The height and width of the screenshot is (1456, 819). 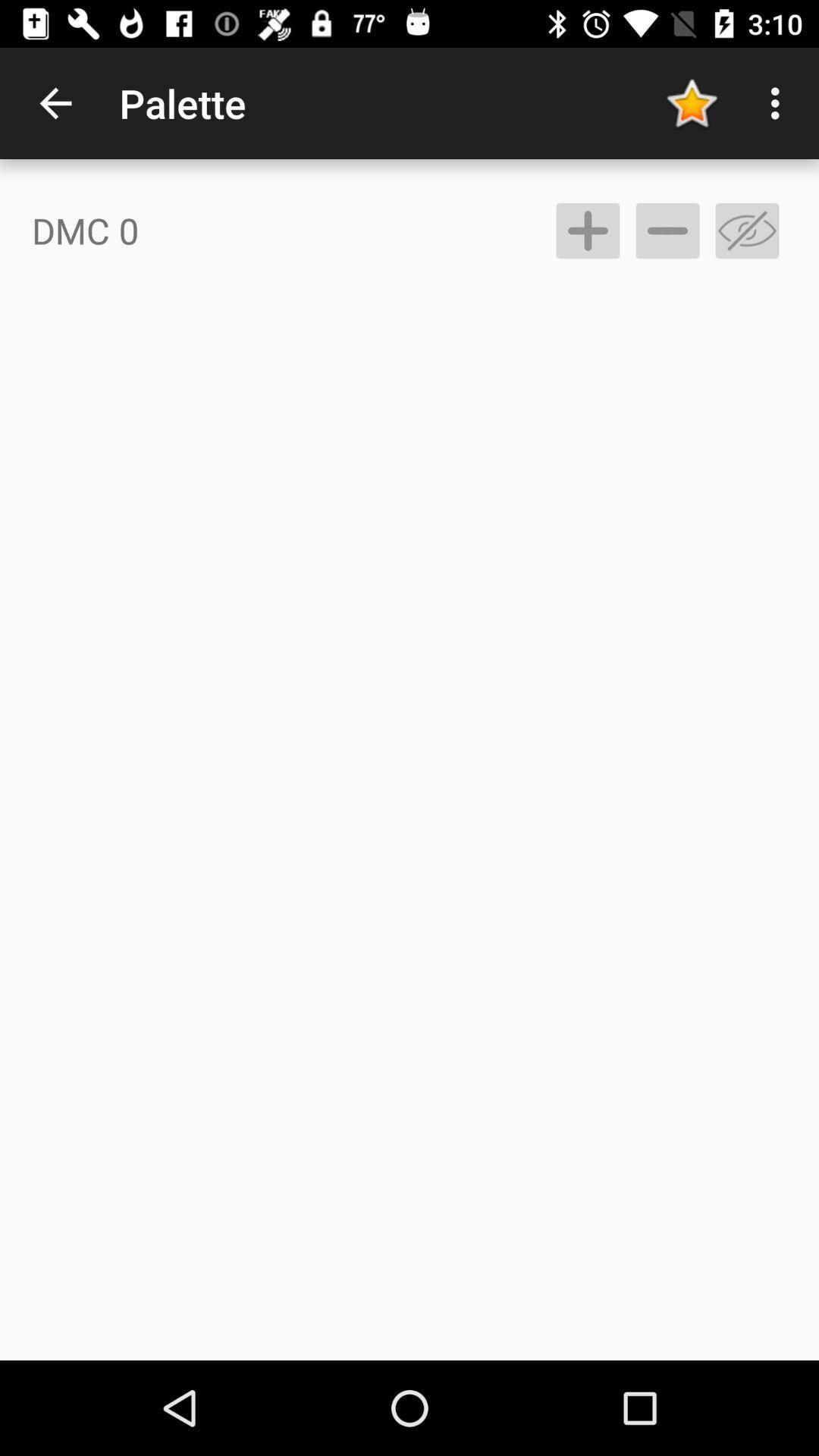 What do you see at coordinates (55, 102) in the screenshot?
I see `icon next to the palette item` at bounding box center [55, 102].